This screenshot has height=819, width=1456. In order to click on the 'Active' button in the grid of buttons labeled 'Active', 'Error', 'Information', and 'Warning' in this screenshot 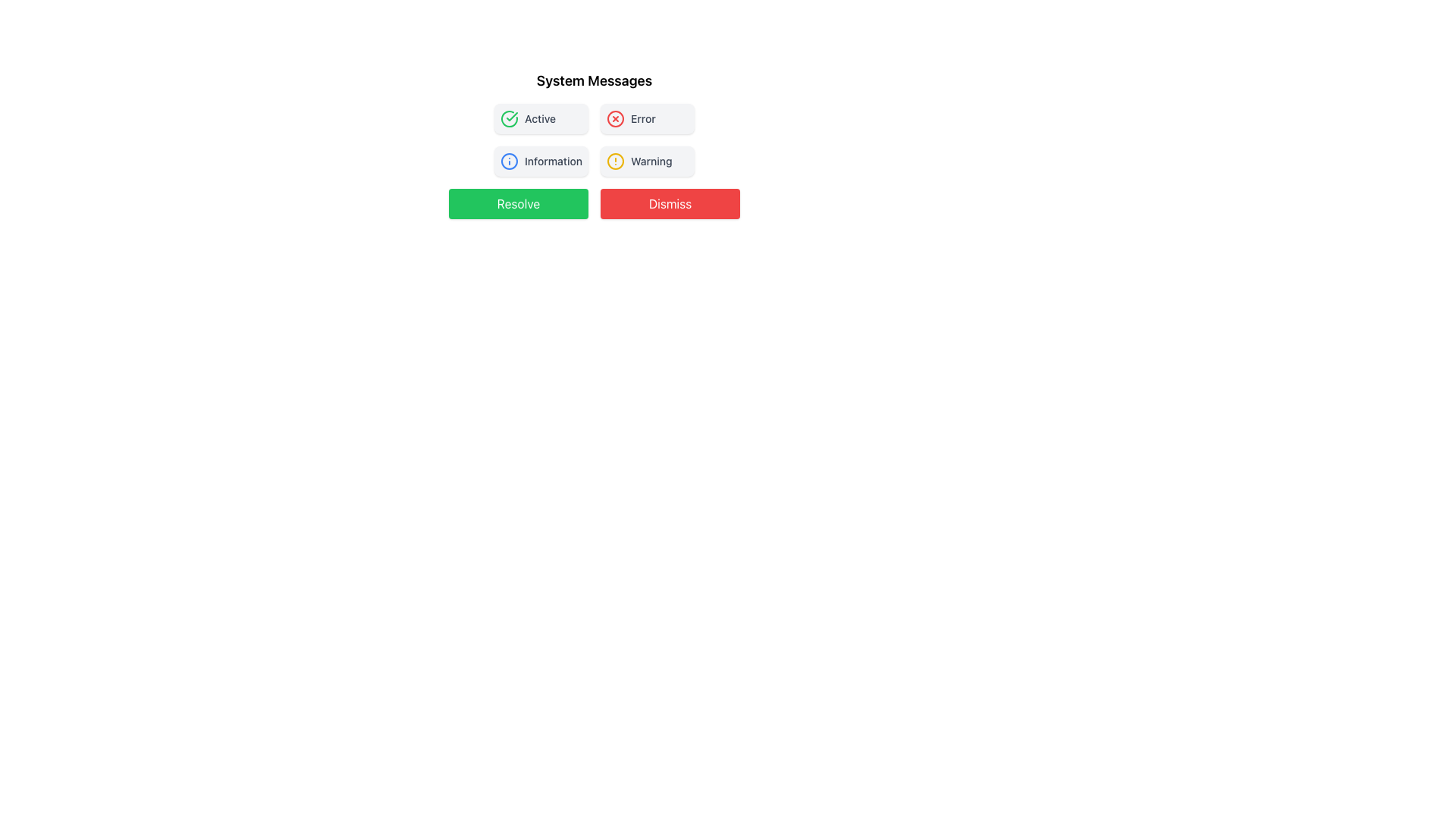, I will do `click(593, 140)`.